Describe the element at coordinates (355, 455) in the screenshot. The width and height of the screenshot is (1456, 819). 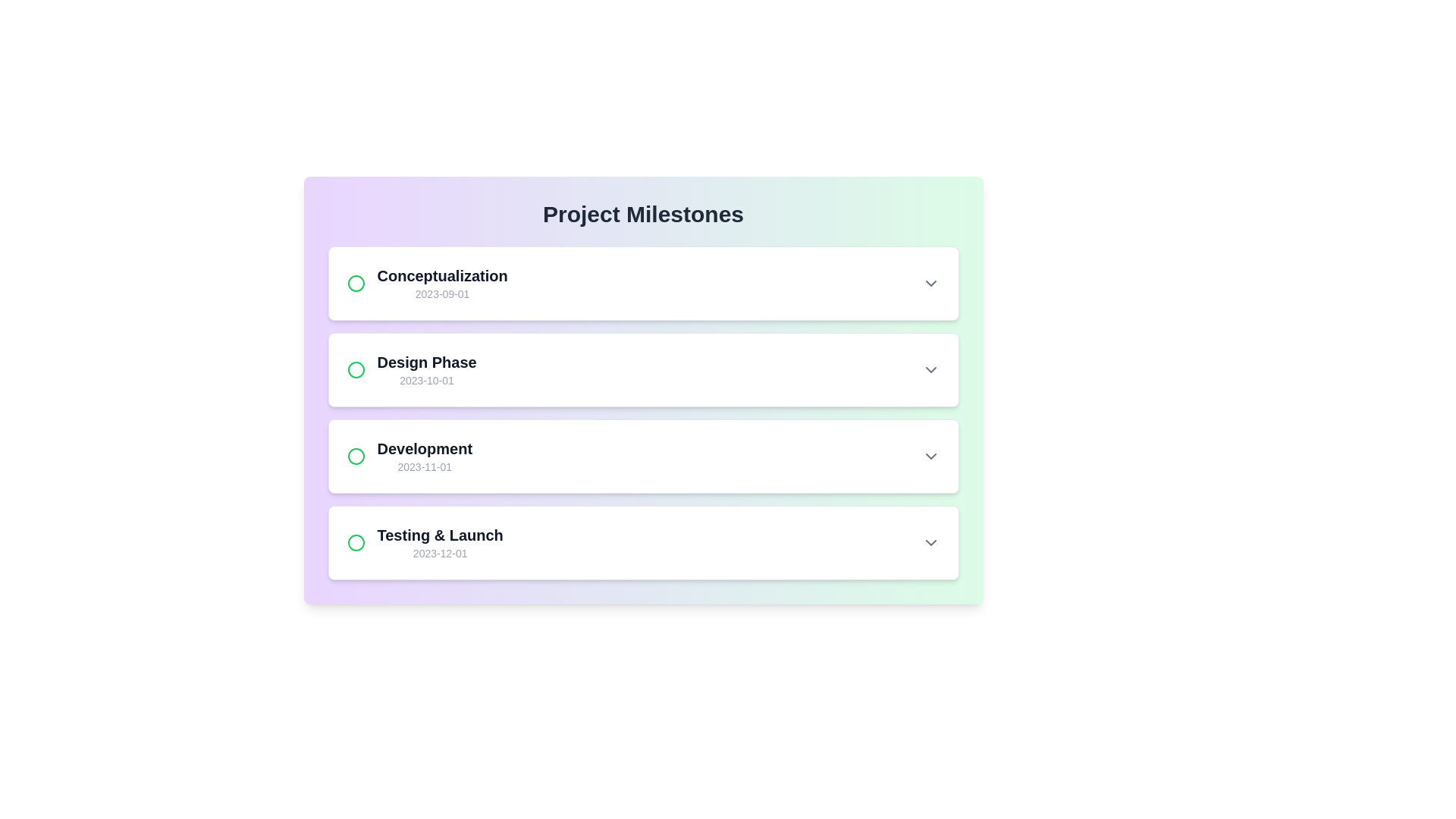
I see `the status represented by the green circular visual status indicator located to the left of the 'Development' label in the third list item of the 'Project Milestones' section` at that location.